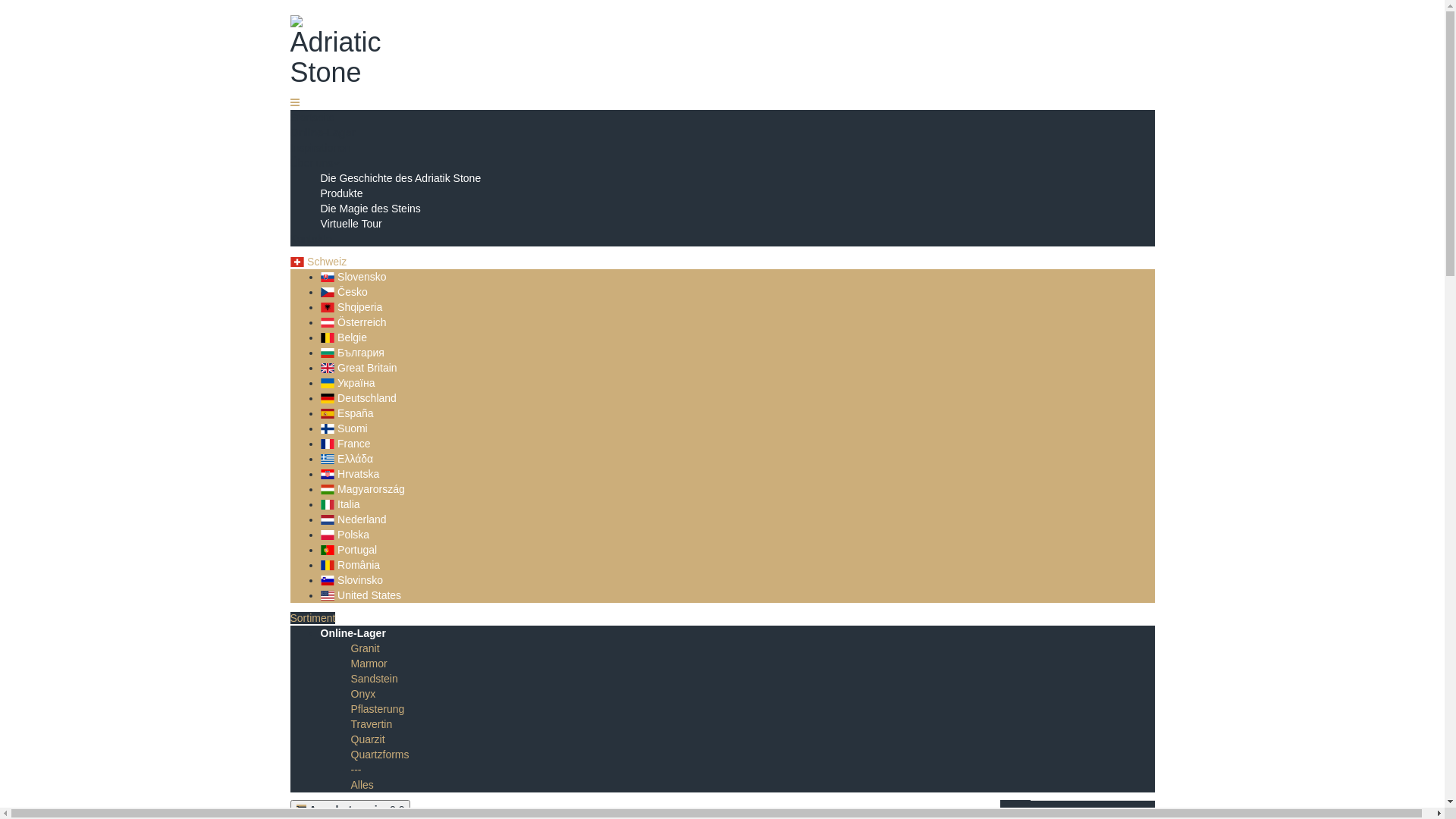  I want to click on 'Pflasterung', so click(349, 708).